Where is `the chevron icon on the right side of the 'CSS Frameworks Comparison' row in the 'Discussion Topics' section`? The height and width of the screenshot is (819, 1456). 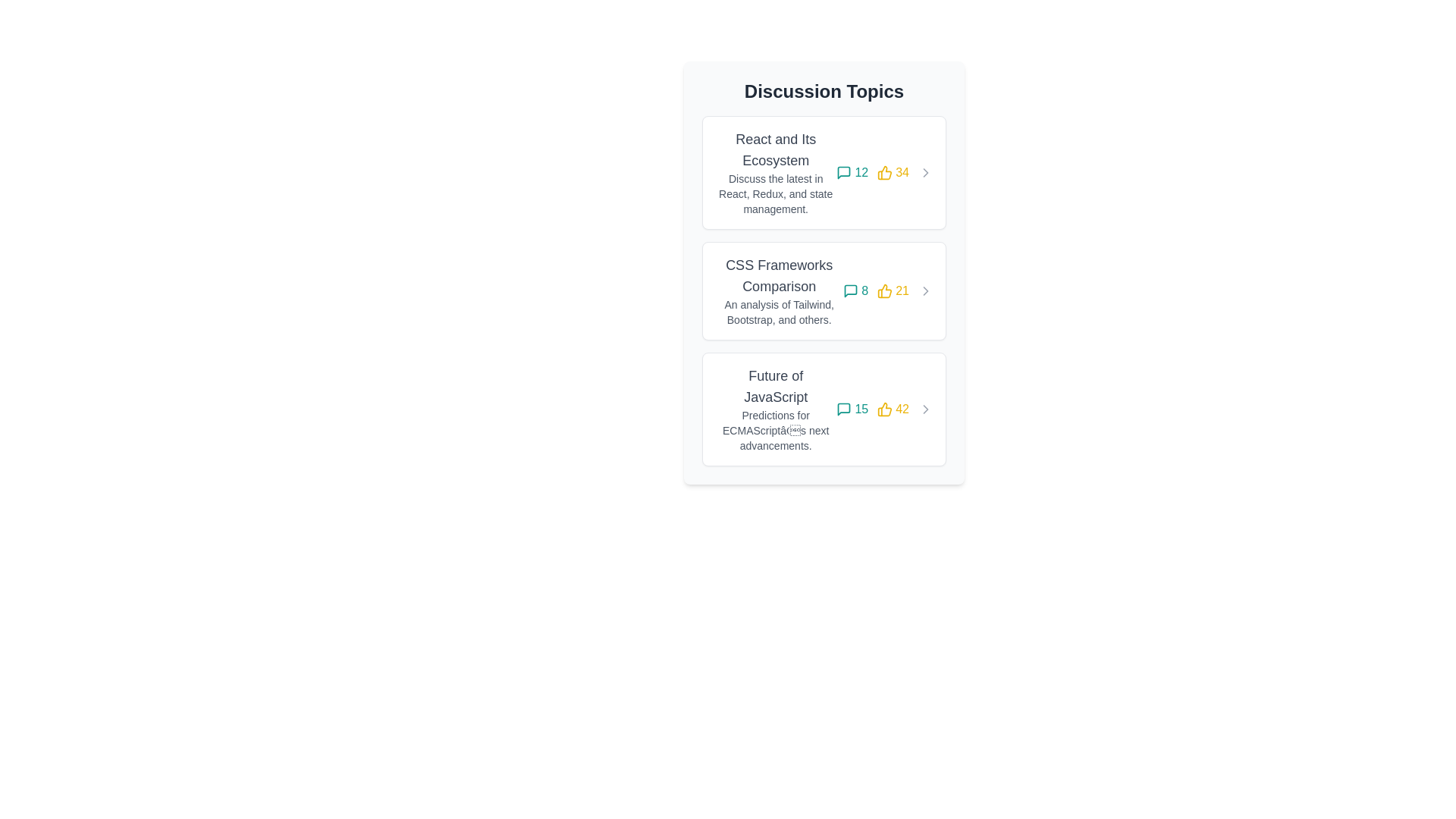
the chevron icon on the right side of the 'CSS Frameworks Comparison' row in the 'Discussion Topics' section is located at coordinates (924, 291).